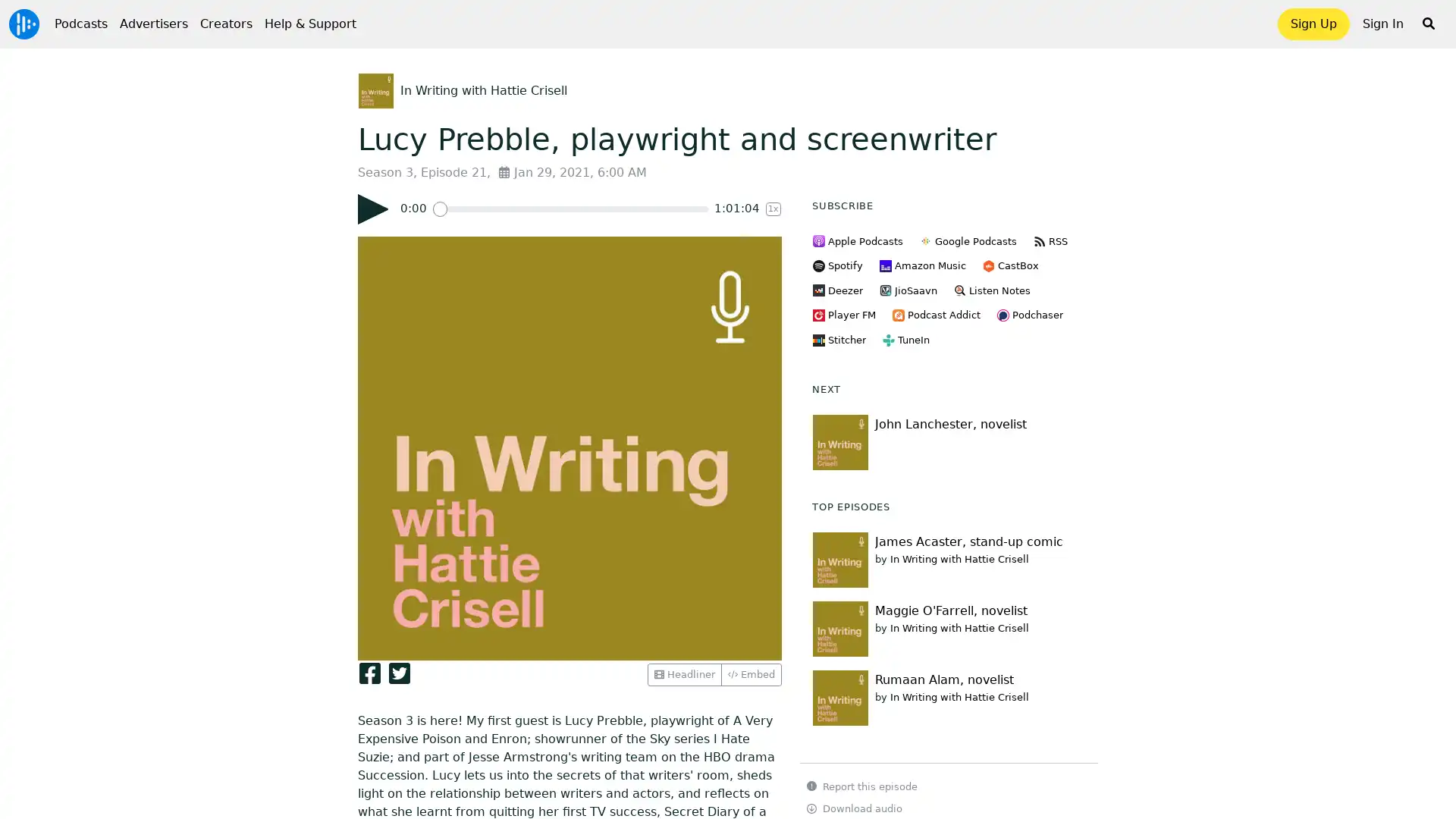  Describe the element at coordinates (1427, 24) in the screenshot. I see `Open search form` at that location.